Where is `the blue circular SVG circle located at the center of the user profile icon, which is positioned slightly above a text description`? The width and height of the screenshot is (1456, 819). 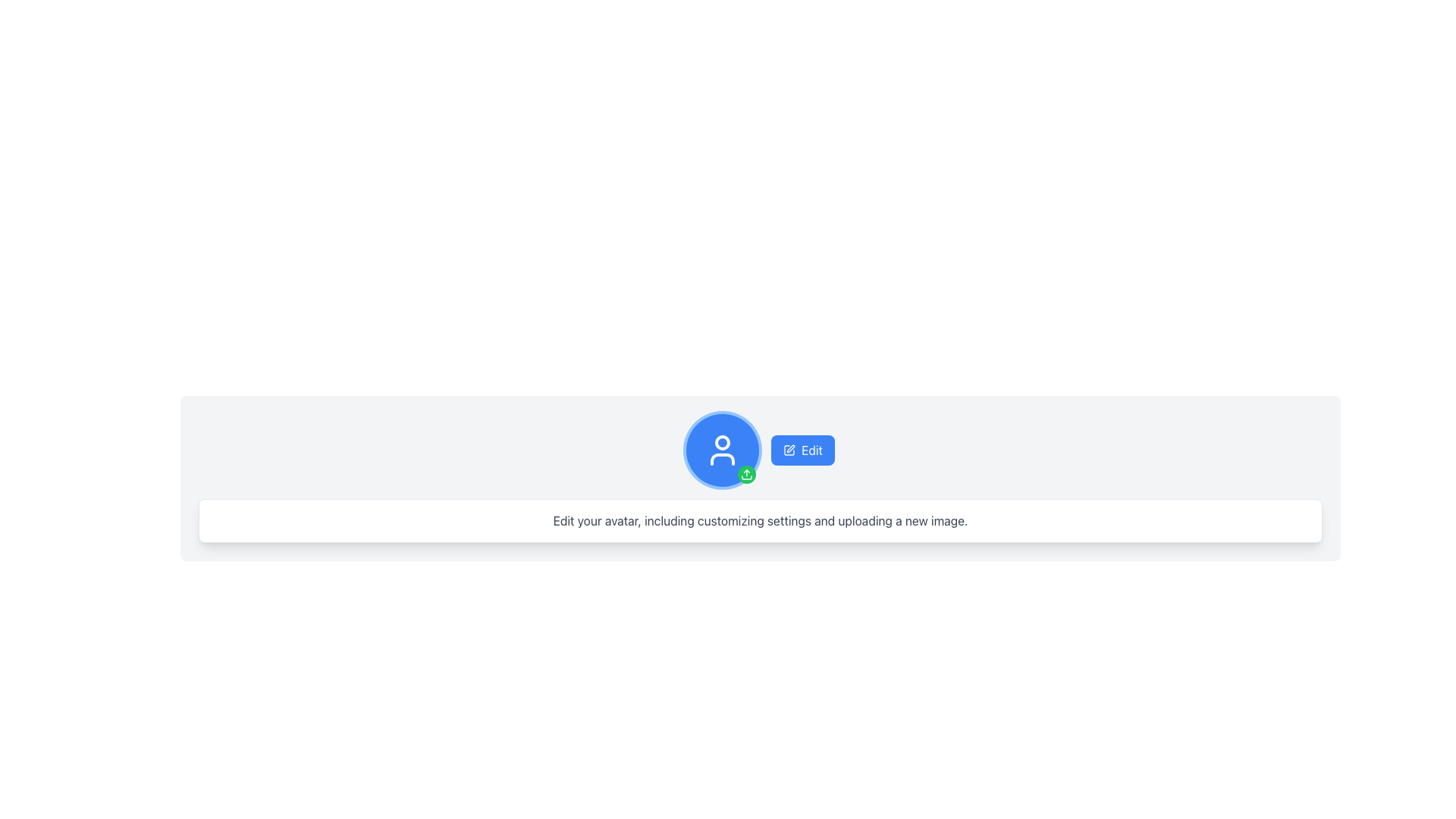
the blue circular SVG circle located at the center of the user profile icon, which is positioned slightly above a text description is located at coordinates (722, 442).